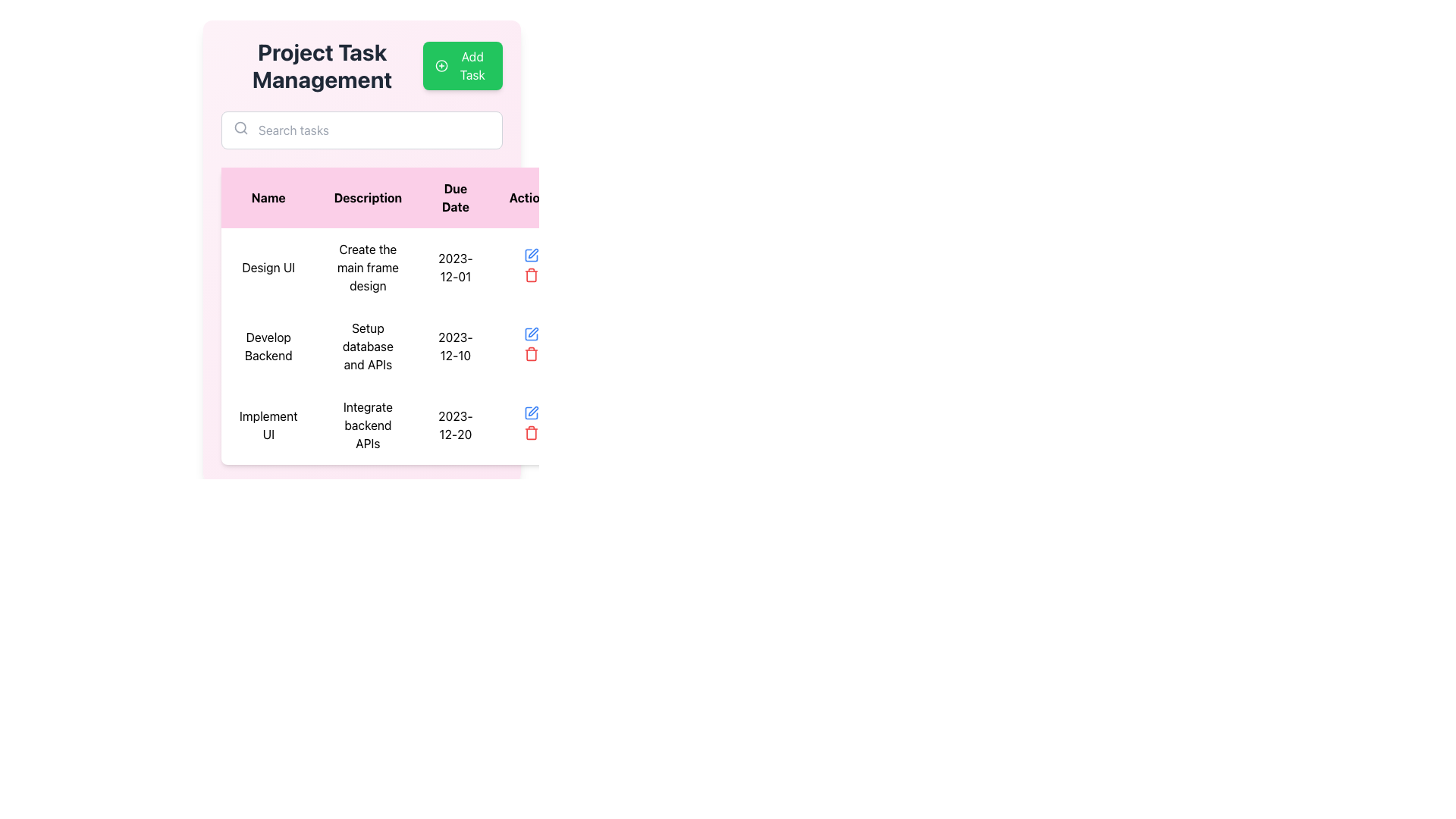  I want to click on the text label displaying 'Develop Backend', which is located in the 'Name' column of the table, specifically the second row below 'Design UI', so click(268, 346).